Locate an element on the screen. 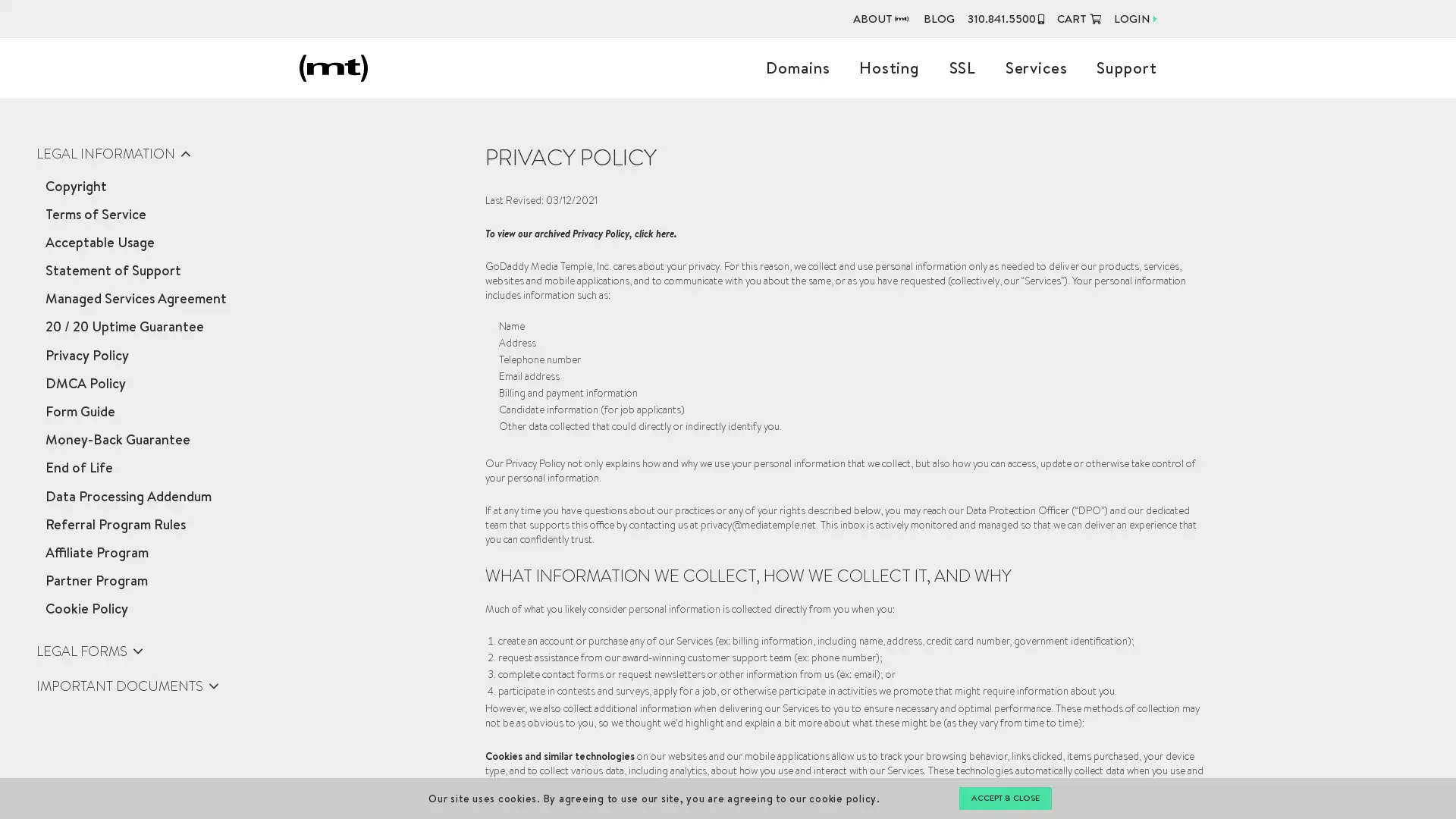 The image size is (1456, 819). ACCEPT & CLOSE is located at coordinates (1004, 798).